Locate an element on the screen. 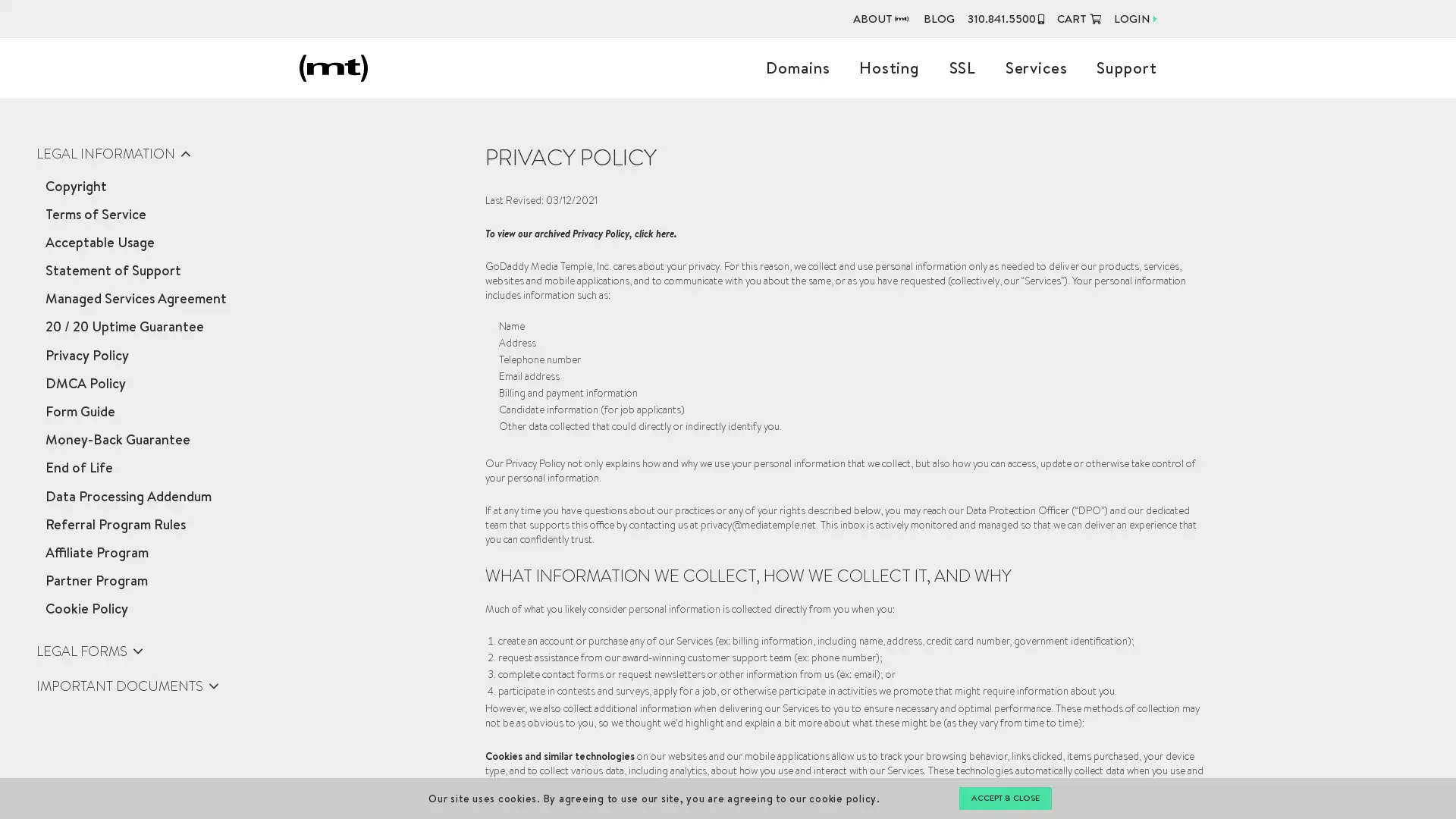 The image size is (1456, 819). ACCEPT & CLOSE is located at coordinates (1004, 798).